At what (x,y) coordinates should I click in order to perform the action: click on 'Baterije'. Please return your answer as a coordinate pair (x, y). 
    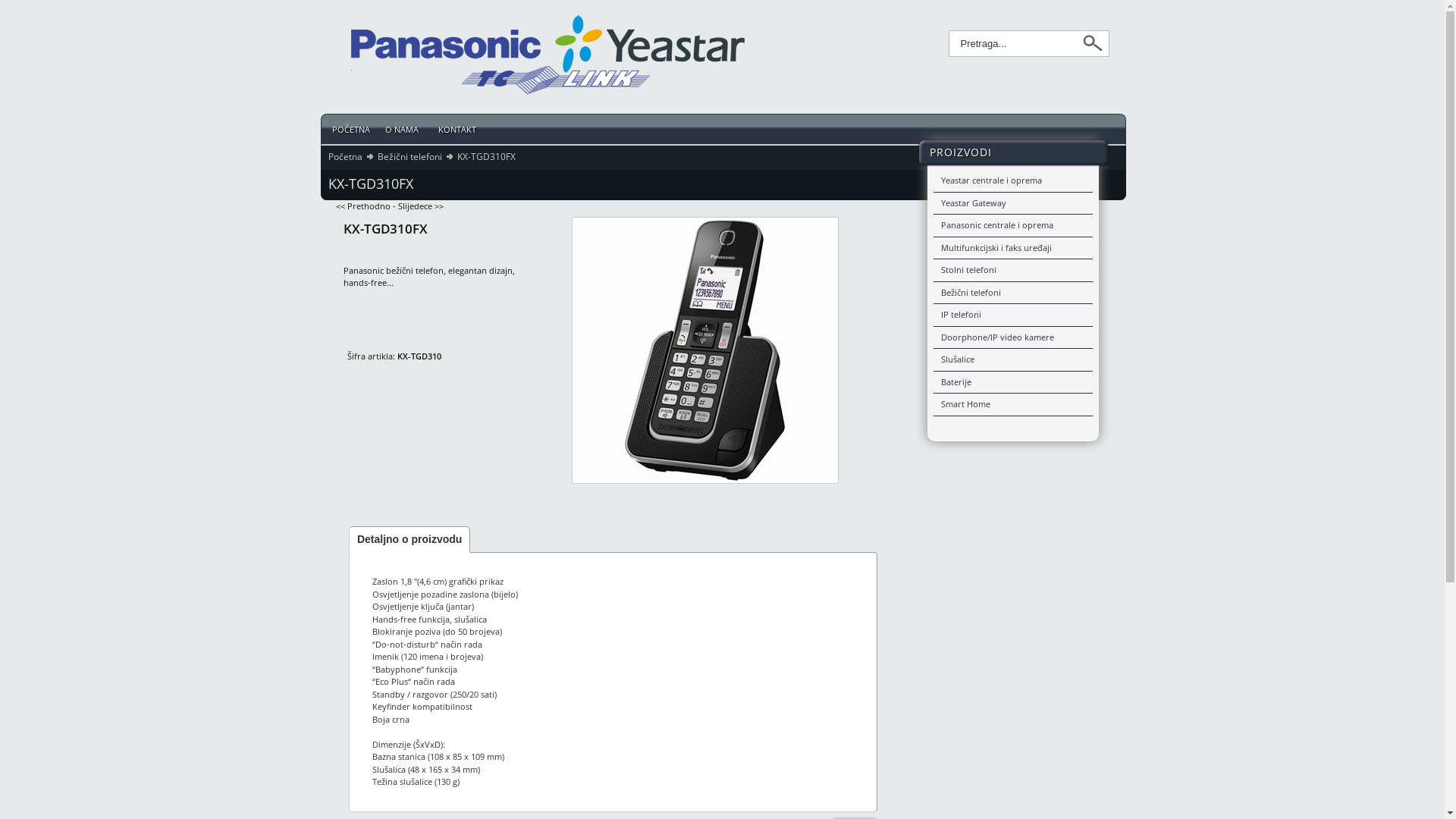
    Looking at the image, I should click on (1012, 382).